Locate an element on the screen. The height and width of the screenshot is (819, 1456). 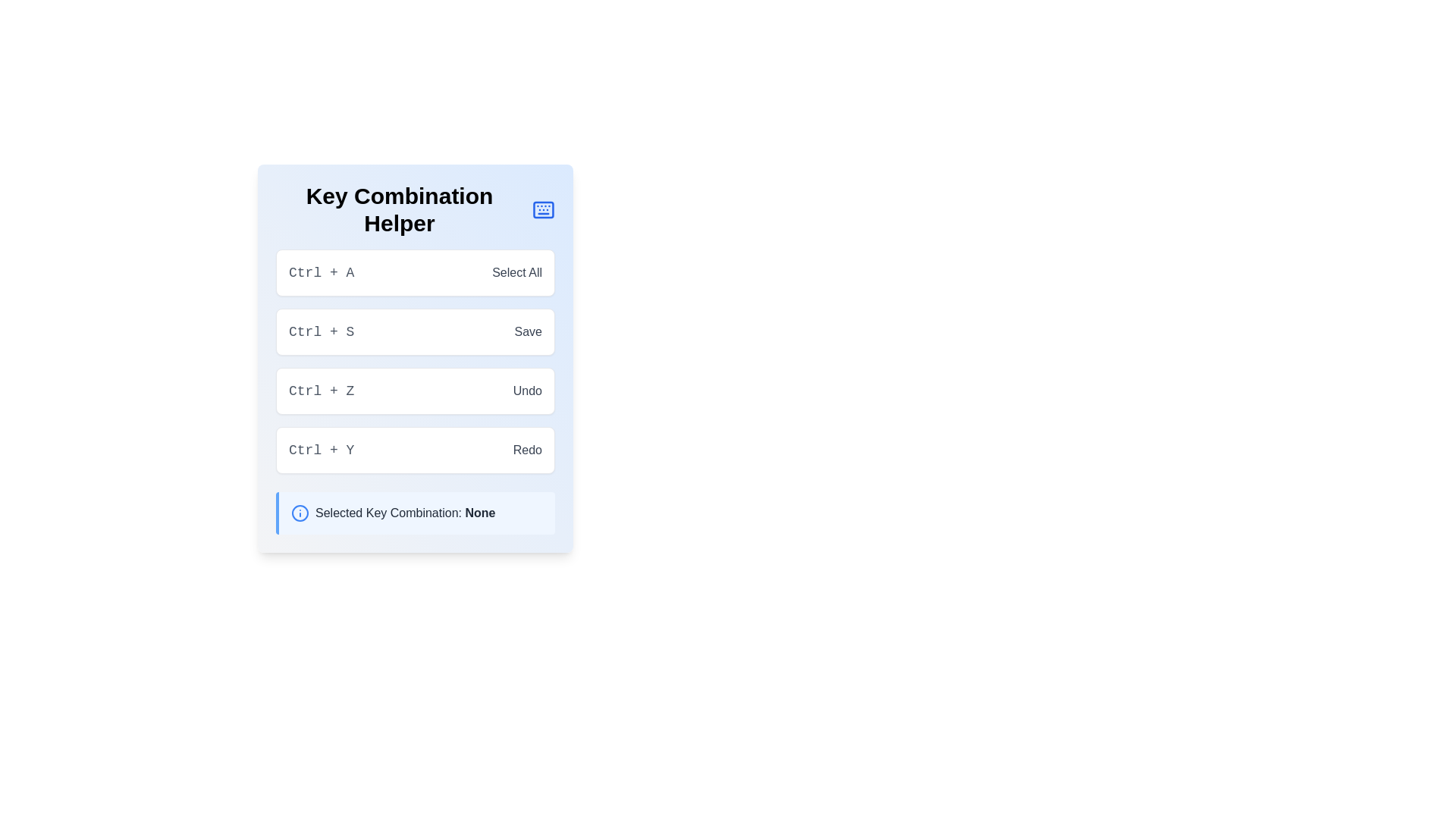
the text label that indicates the keyboard shortcut 'Ctrl + Z' for the undo command, located within the Key Combination Helper modal is located at coordinates (321, 391).